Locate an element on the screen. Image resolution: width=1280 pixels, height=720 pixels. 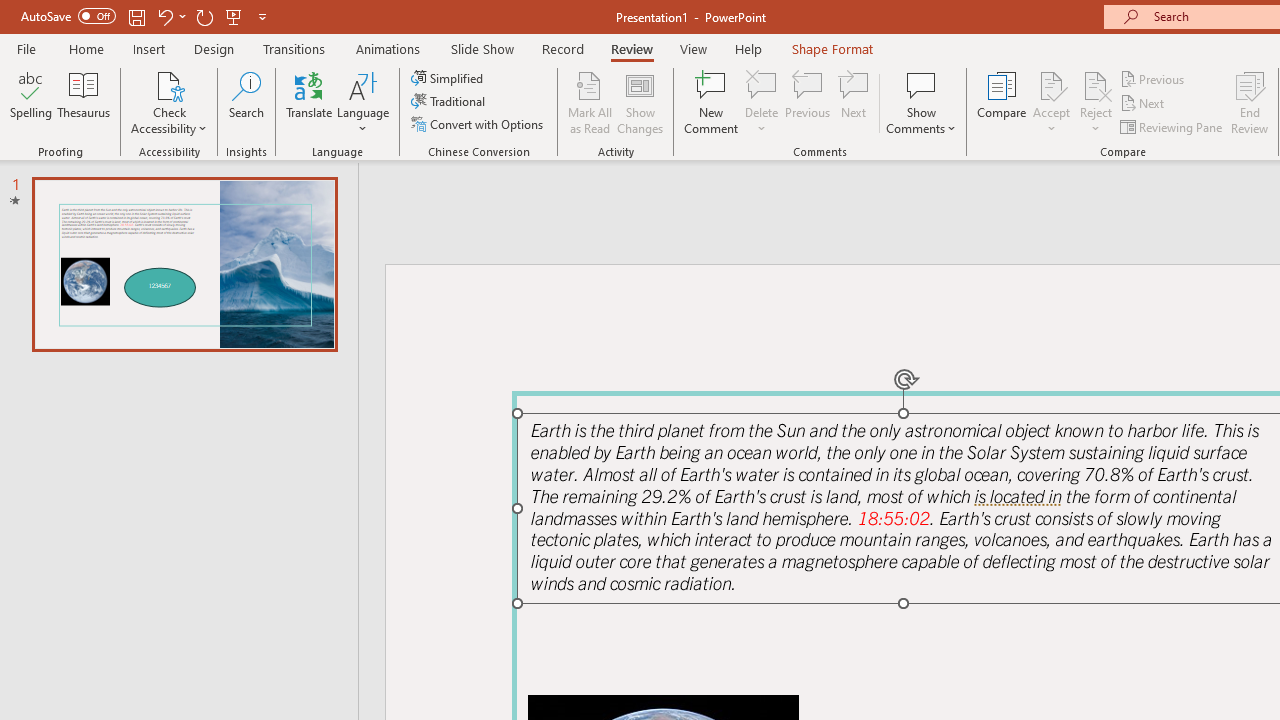
'Thesaurus...' is located at coordinates (82, 103).